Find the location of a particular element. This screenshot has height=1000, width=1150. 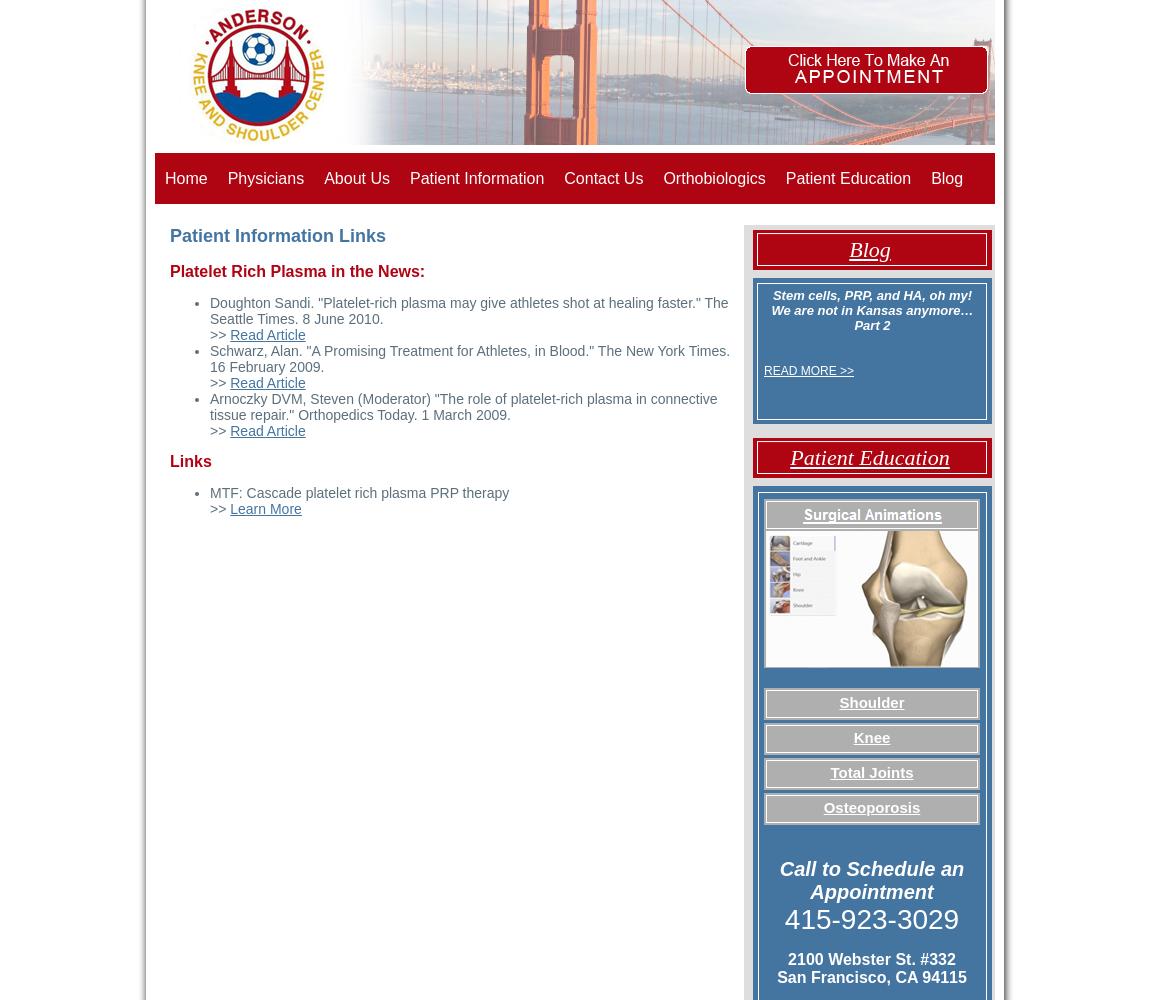

'Total Joints' is located at coordinates (828, 772).